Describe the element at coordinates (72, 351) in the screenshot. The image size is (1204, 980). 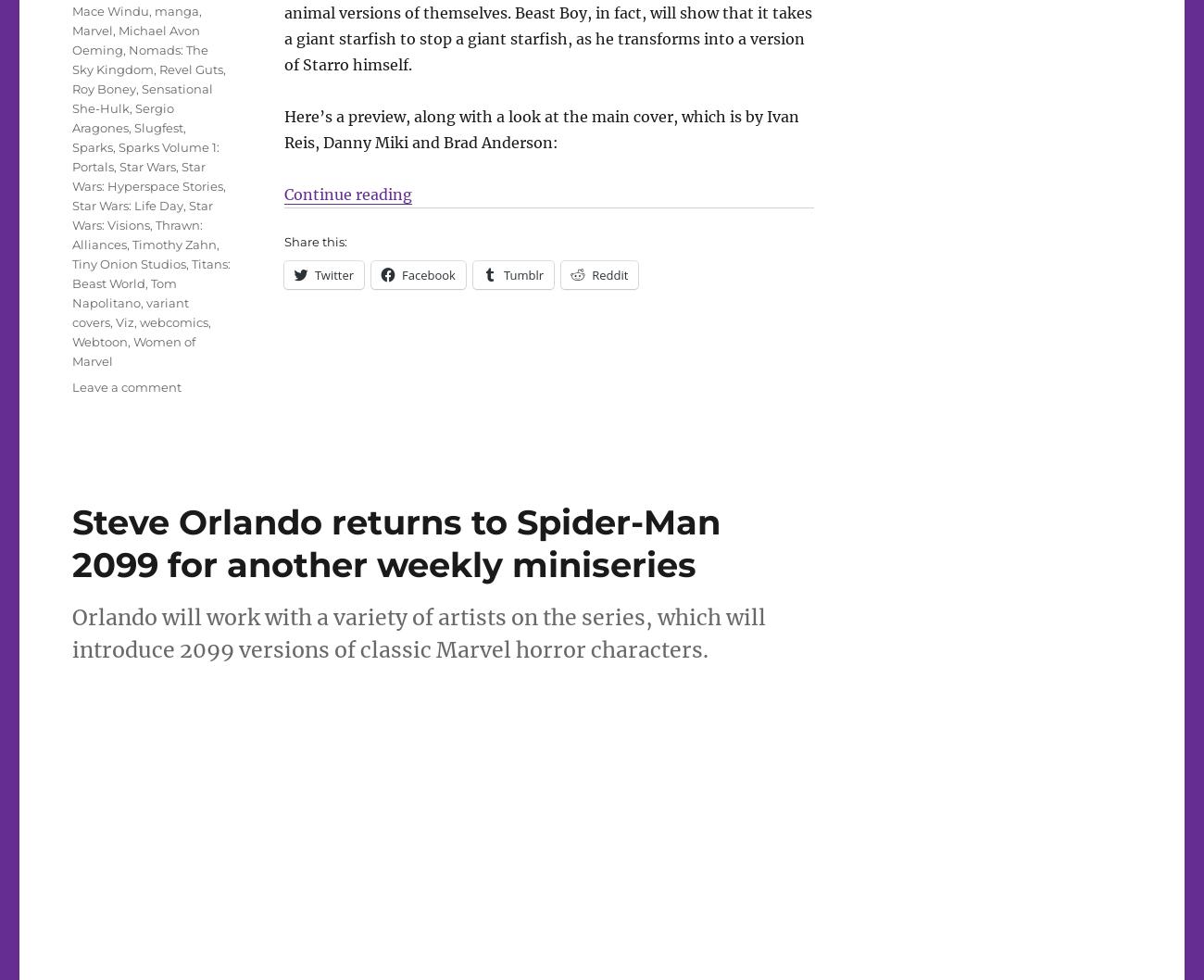
I see `'Women of Marvel'` at that location.